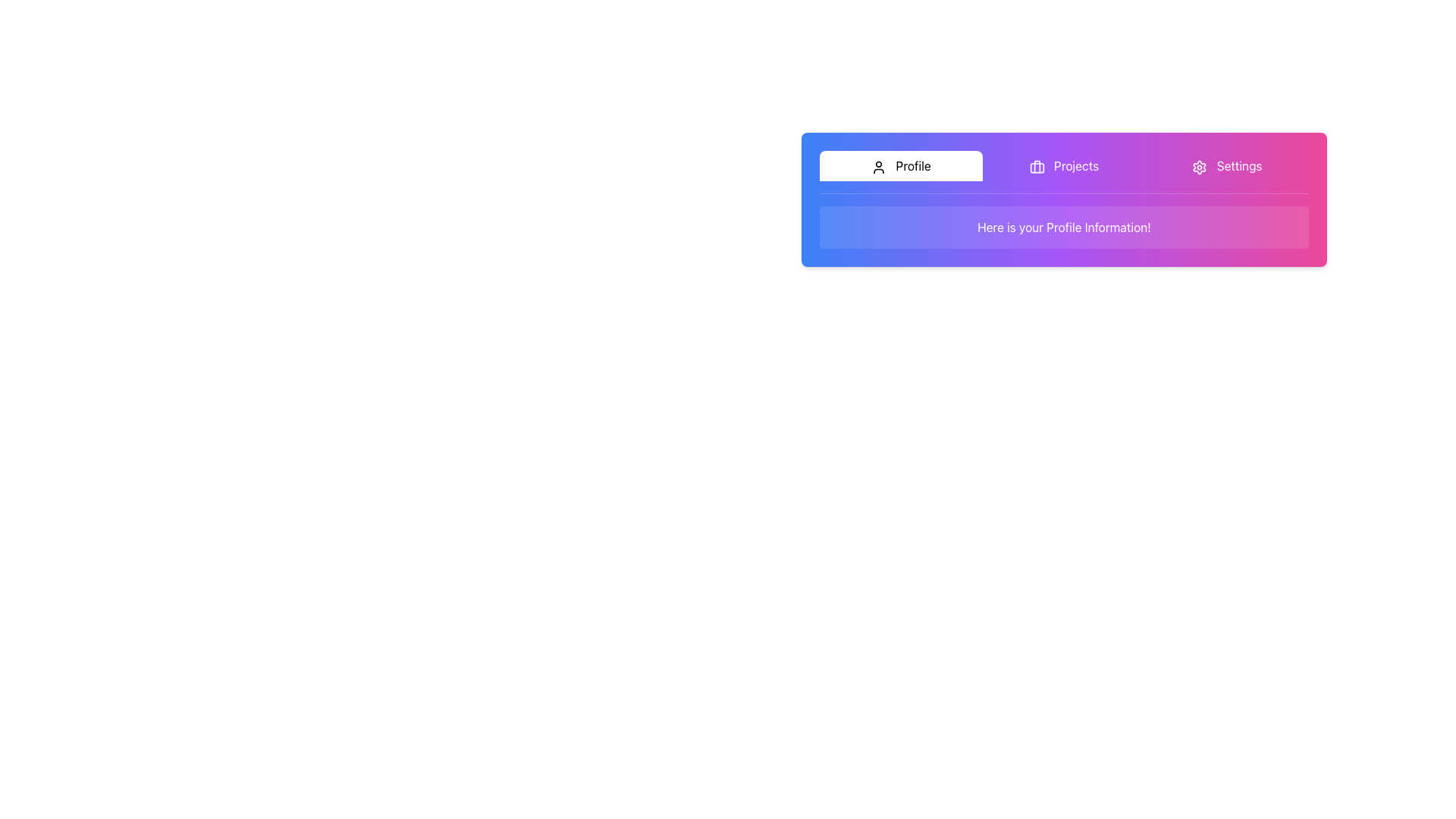 This screenshot has height=819, width=1456. Describe the element at coordinates (1199, 167) in the screenshot. I see `the settings icon located at the top-right corner of the interface, which allows access to configuration options` at that location.